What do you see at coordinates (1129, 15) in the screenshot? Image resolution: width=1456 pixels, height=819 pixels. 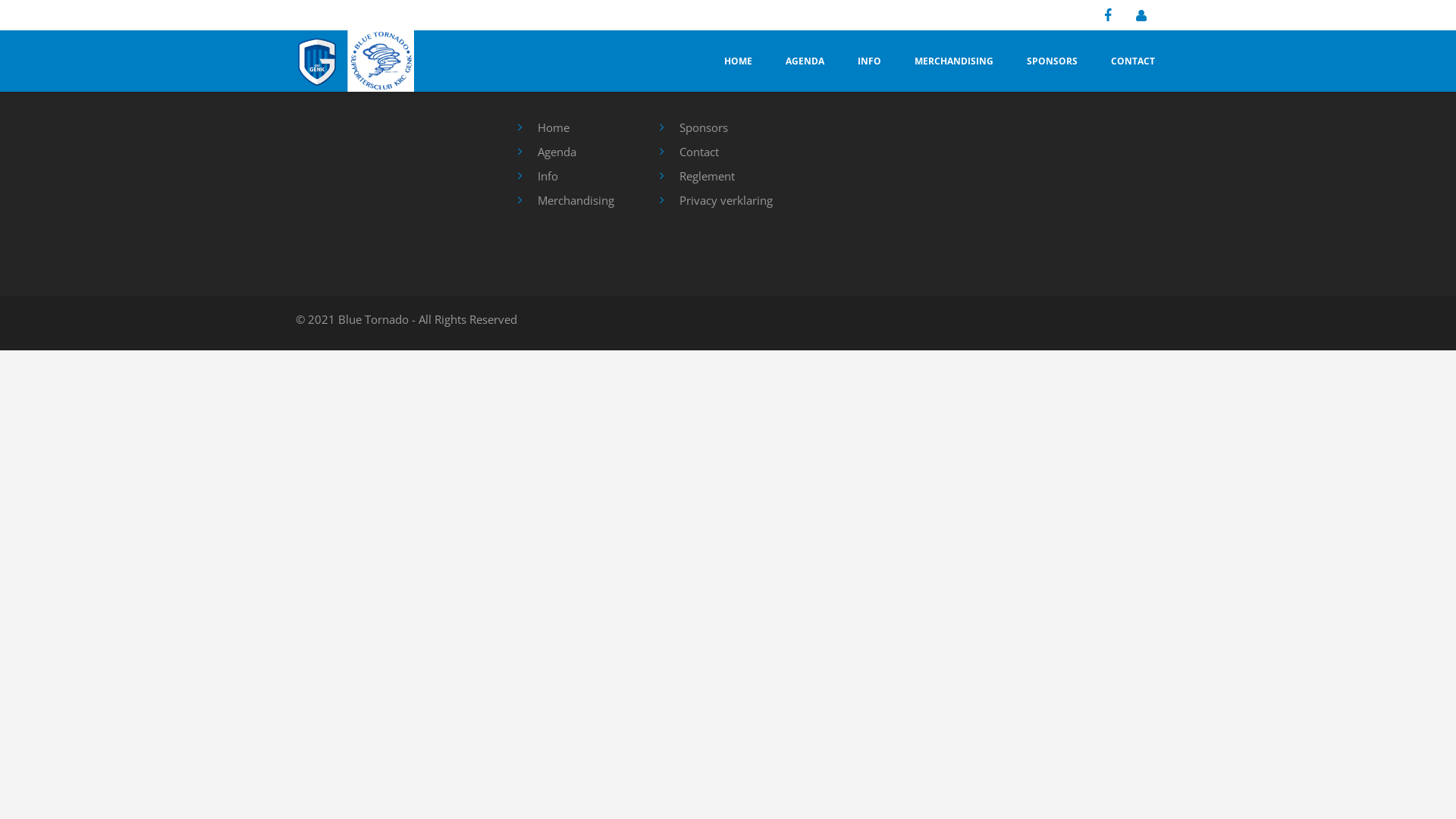 I see `'Profiel'` at bounding box center [1129, 15].